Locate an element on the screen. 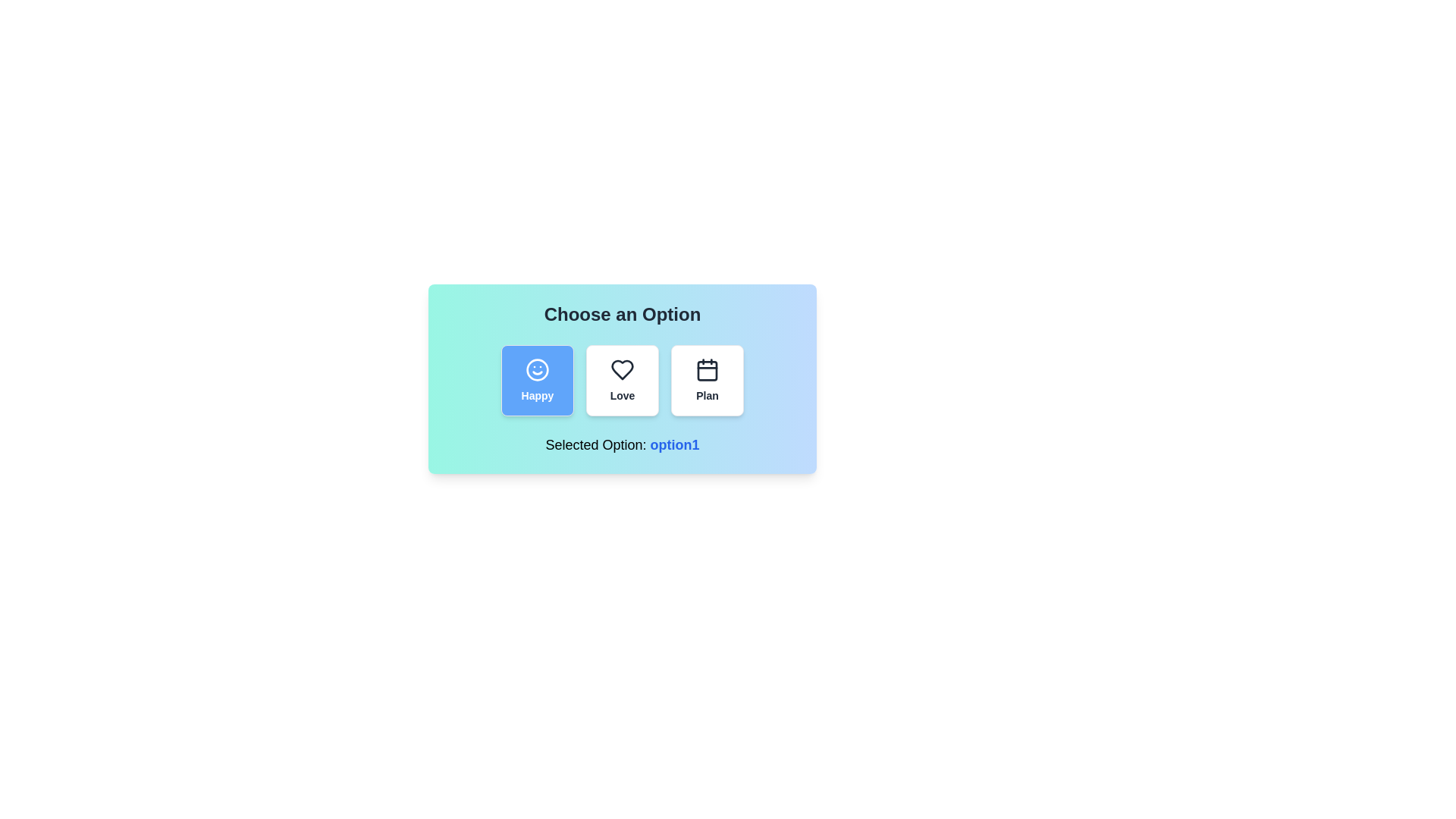 Image resolution: width=1456 pixels, height=819 pixels. the Decorative Circle Graphic that represents the 'Happy' selection in the smiley face illustration is located at coordinates (538, 370).